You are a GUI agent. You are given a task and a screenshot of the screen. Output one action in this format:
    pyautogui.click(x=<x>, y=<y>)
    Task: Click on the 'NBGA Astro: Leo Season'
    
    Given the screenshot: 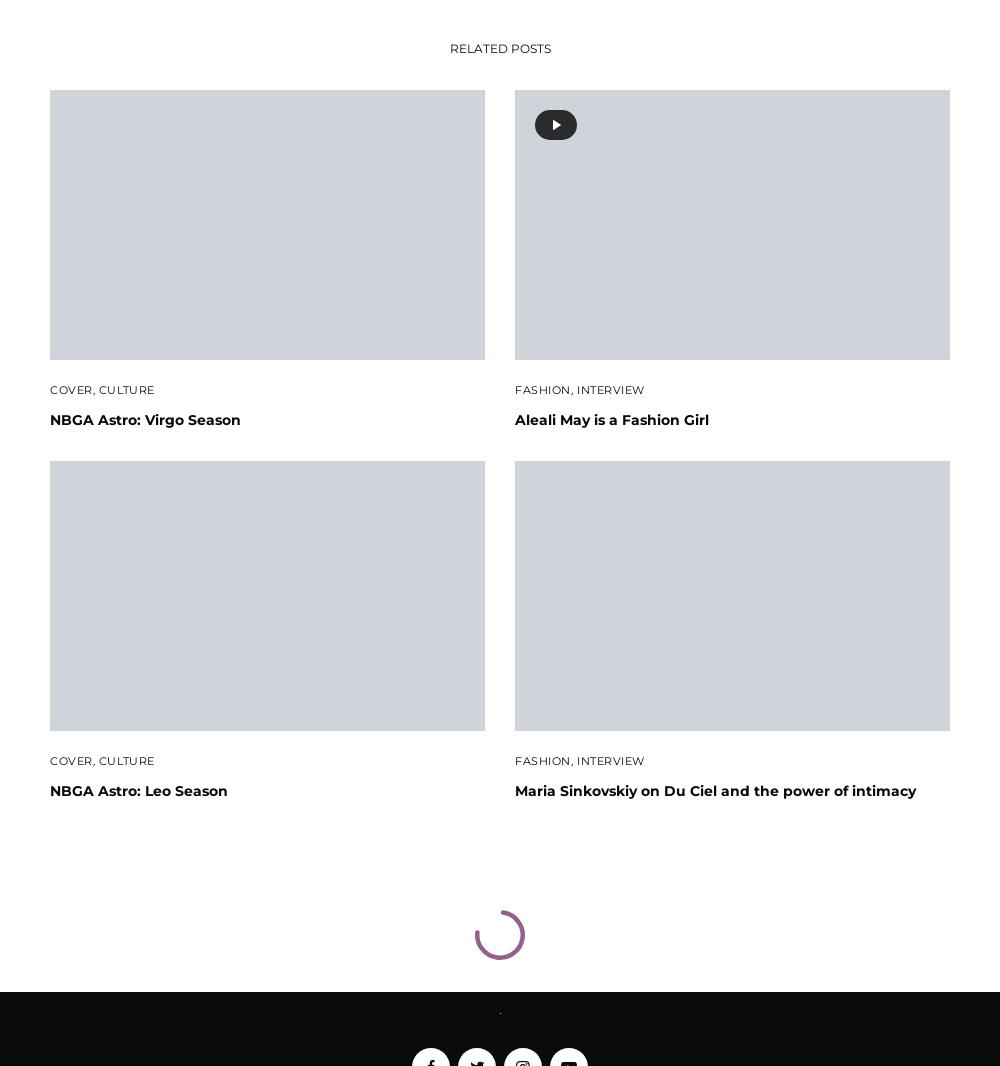 What is the action you would take?
    pyautogui.click(x=139, y=789)
    